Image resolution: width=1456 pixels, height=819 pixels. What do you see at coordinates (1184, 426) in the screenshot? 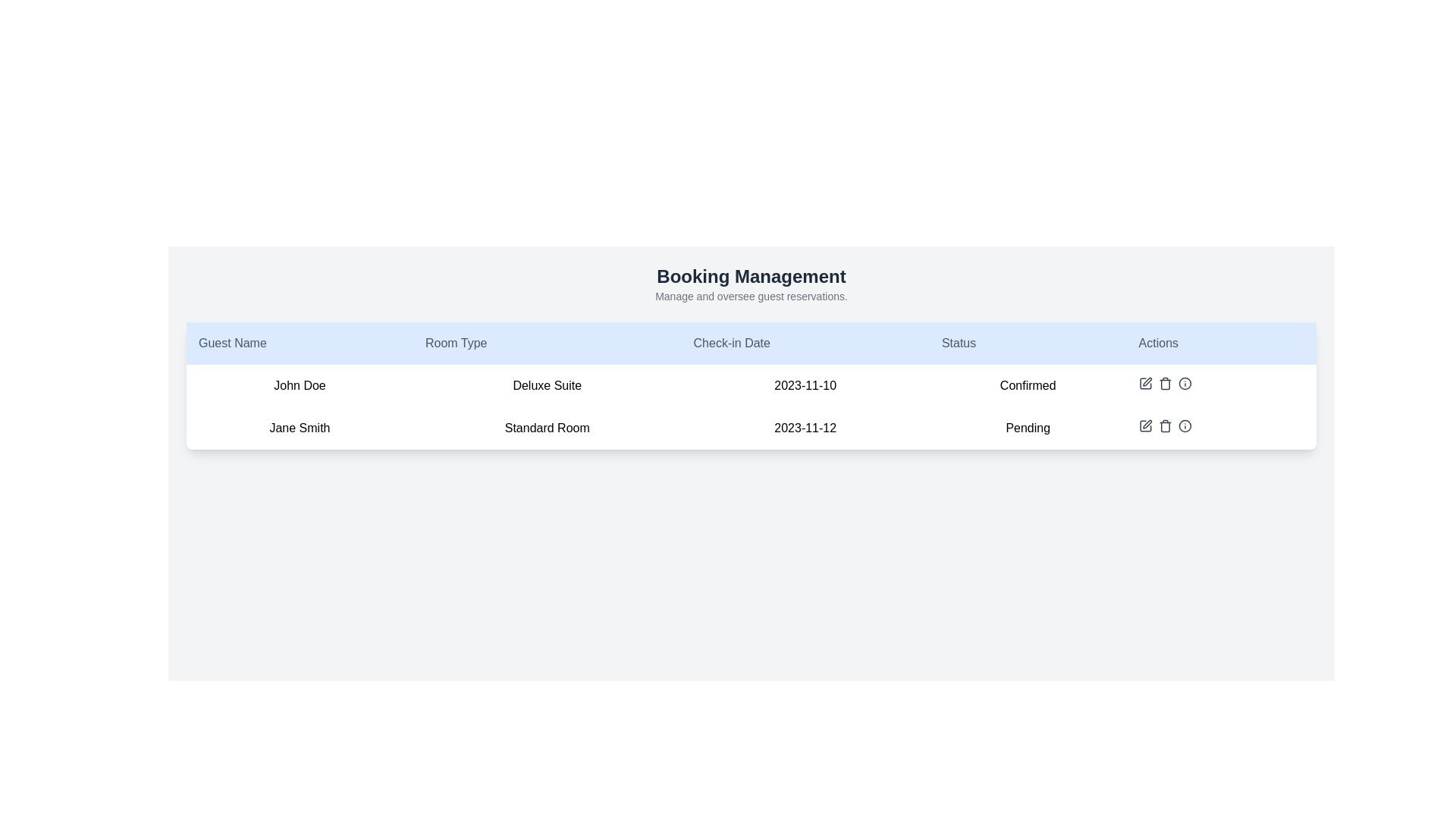
I see `the fourth action icon in the 'Actions' column of the table, which is a circular icon with a letter 'i'` at bounding box center [1184, 426].